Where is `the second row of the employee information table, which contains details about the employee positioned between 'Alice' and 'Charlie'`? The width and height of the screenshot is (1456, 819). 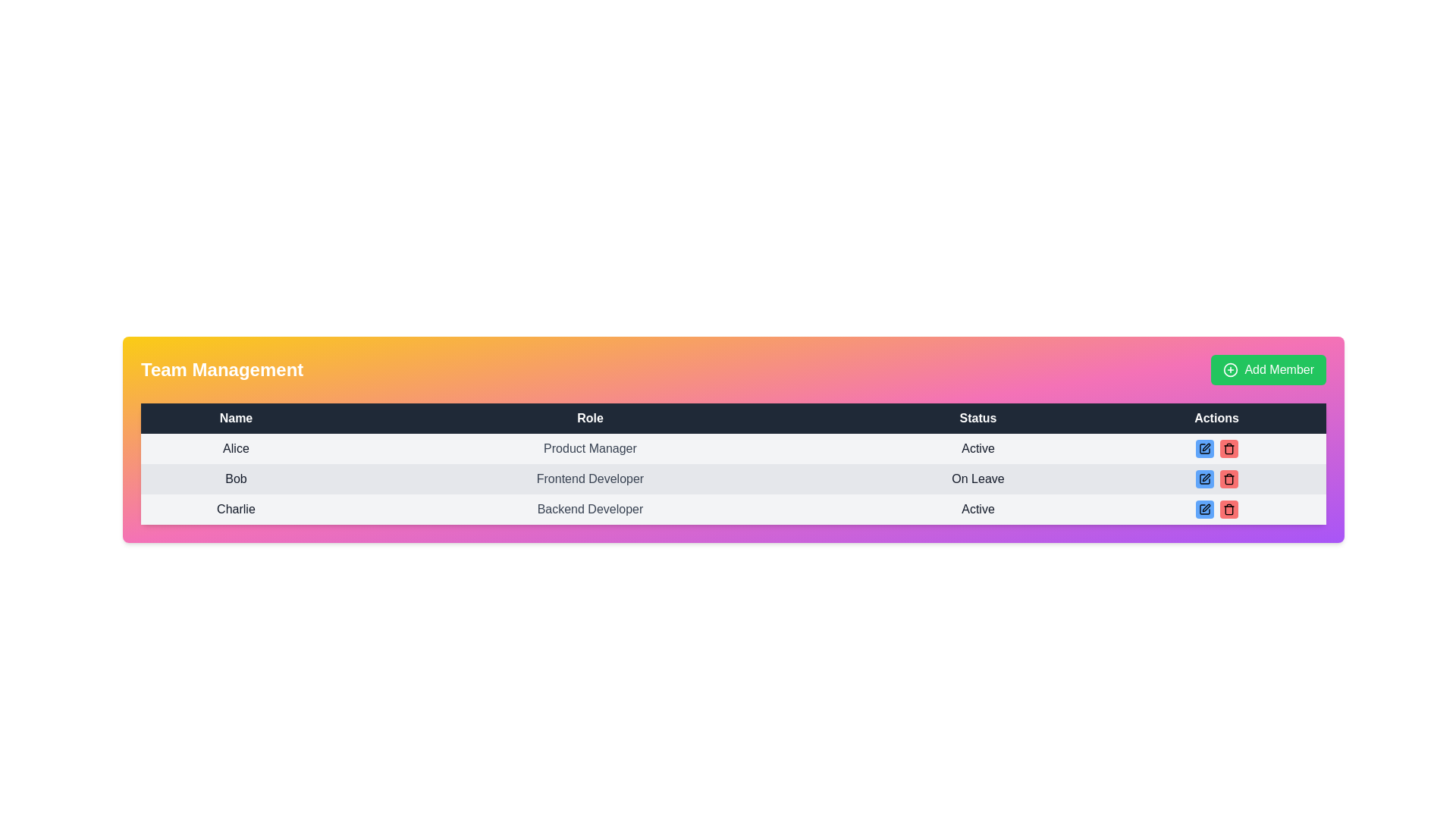 the second row of the employee information table, which contains details about the employee positioned between 'Alice' and 'Charlie' is located at coordinates (733, 479).